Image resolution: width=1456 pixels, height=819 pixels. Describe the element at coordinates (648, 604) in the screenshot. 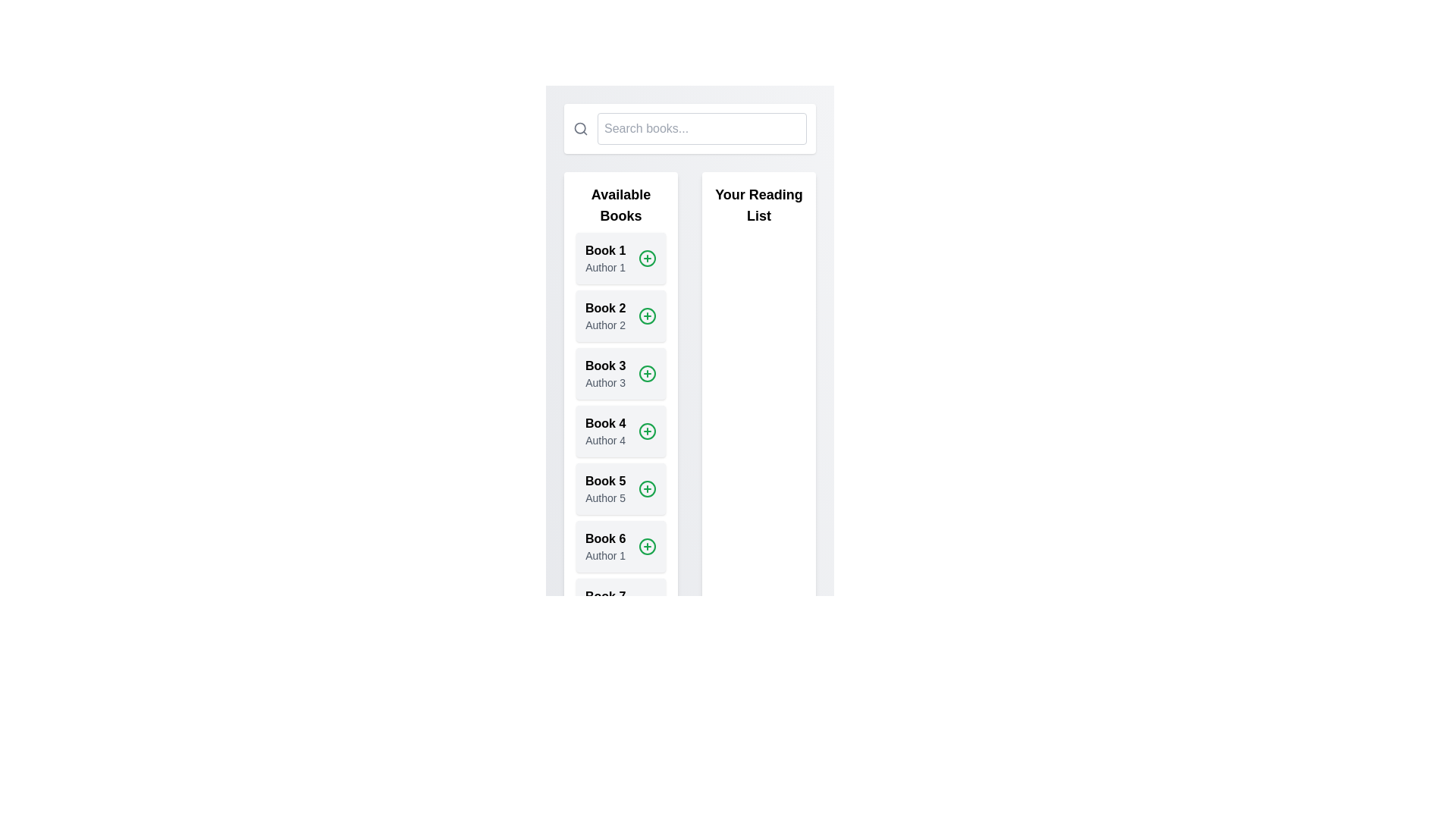

I see `the button` at that location.